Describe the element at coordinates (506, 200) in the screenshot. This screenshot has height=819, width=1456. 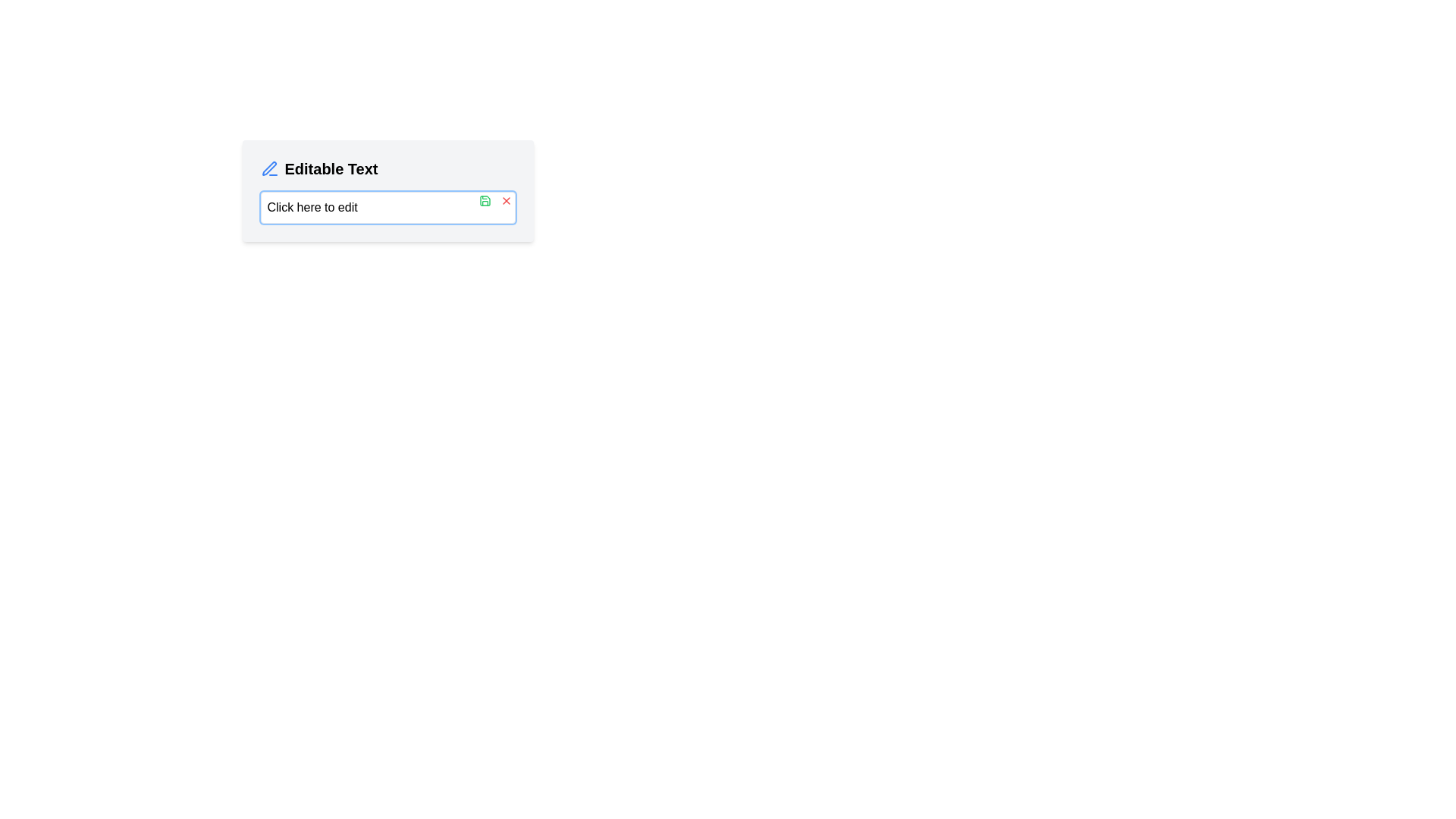
I see `the button with a rounded shape and a red 'X' icon located at the top-right corner of the input area labeled 'Editable Text'` at that location.